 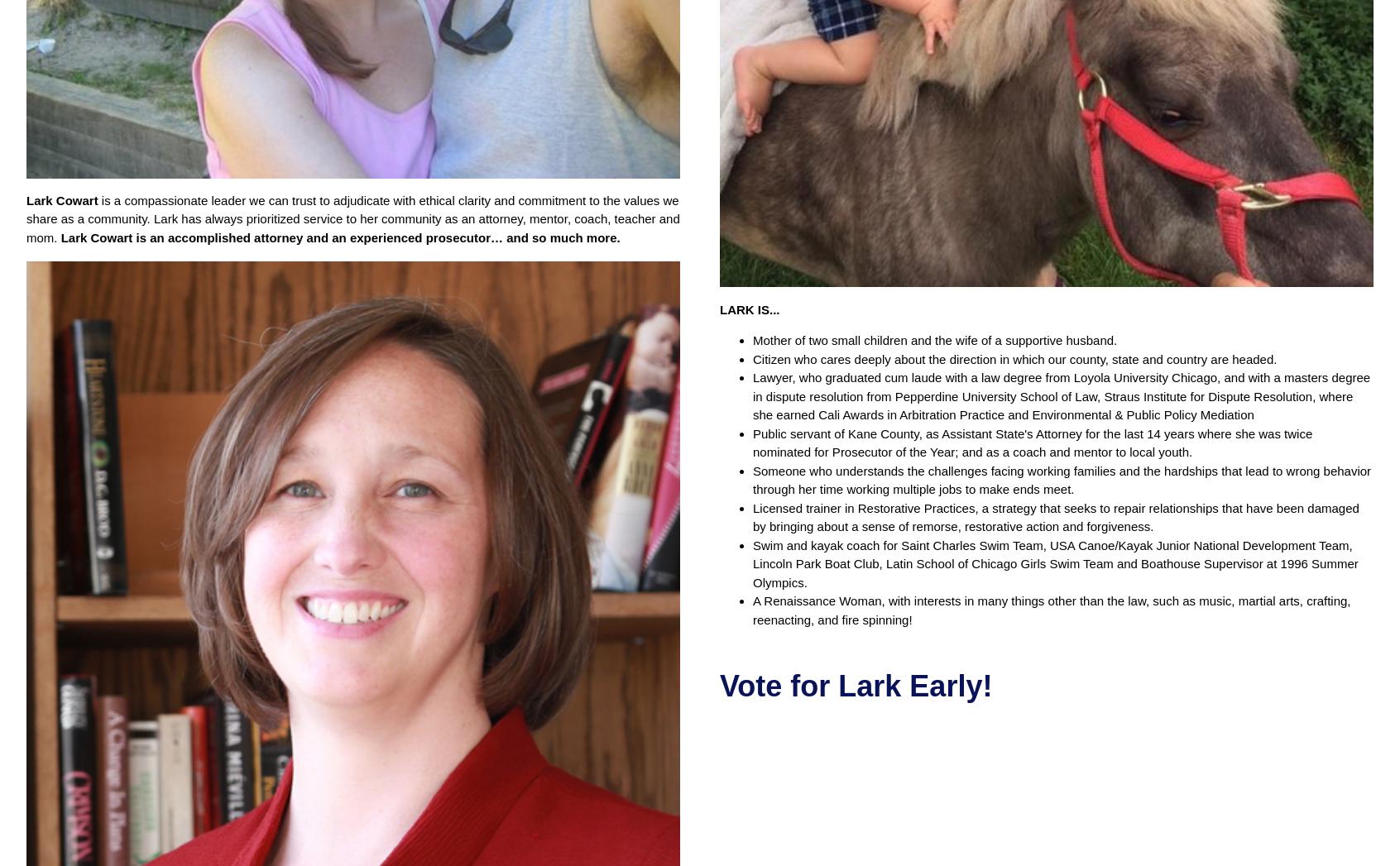 What do you see at coordinates (1054, 516) in the screenshot?
I see `'Licensed trainer in Restorative Practices, a strategy that seeks to repair relationships that have been damaged by bringing about a sense of remorse, restorative action and forgiveness.'` at bounding box center [1054, 516].